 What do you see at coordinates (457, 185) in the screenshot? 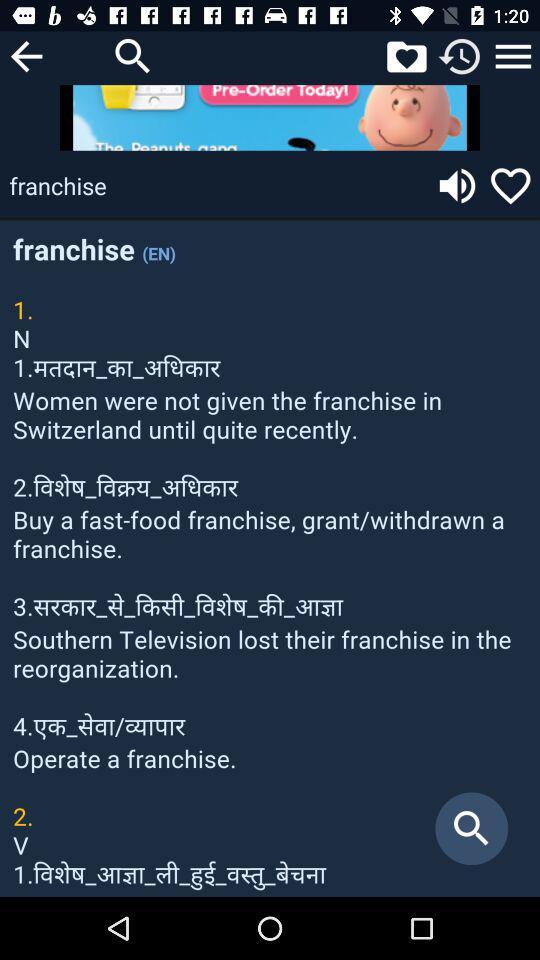
I see `the volume icon` at bounding box center [457, 185].